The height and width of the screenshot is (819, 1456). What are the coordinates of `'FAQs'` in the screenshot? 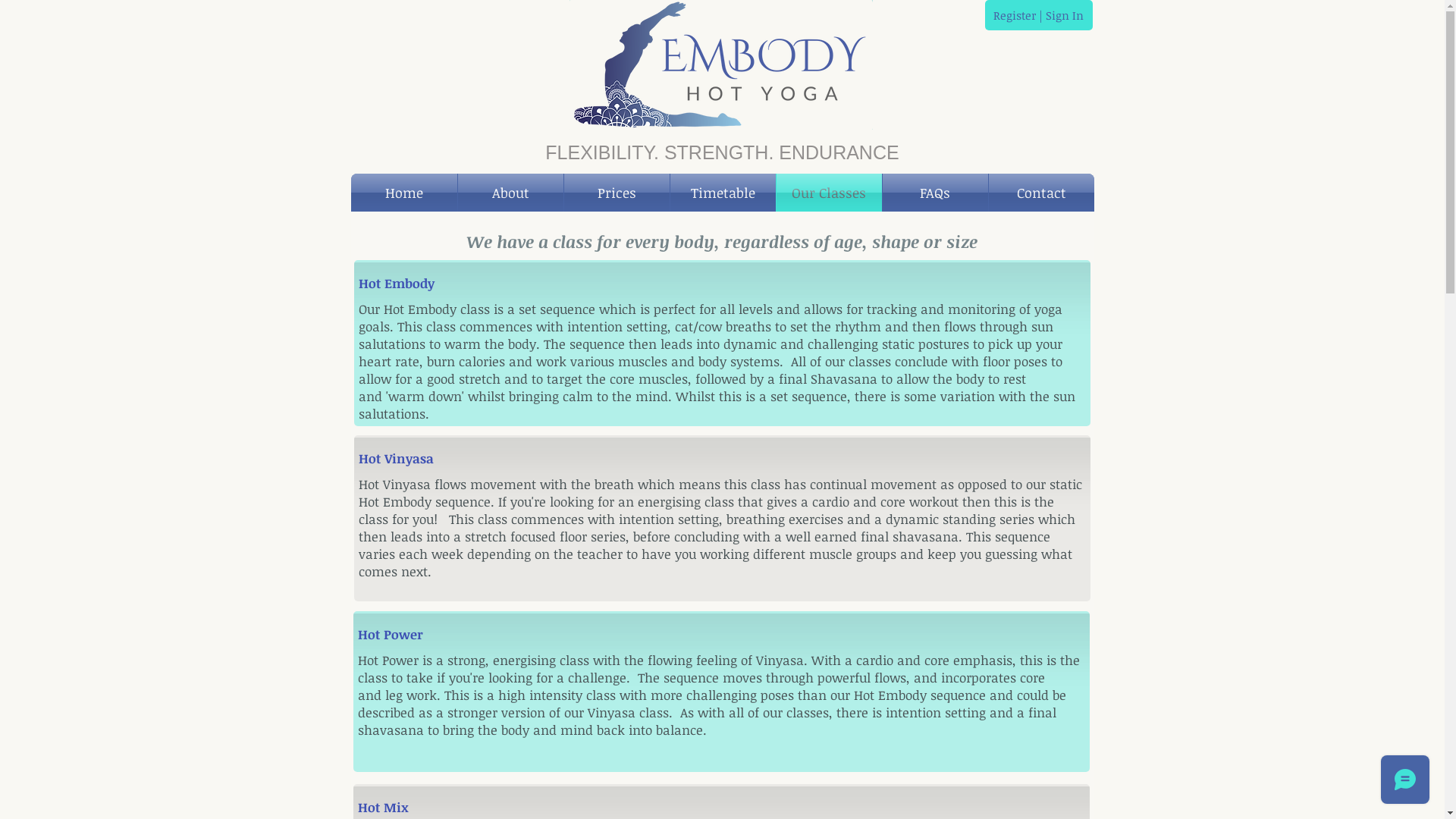 It's located at (882, 192).